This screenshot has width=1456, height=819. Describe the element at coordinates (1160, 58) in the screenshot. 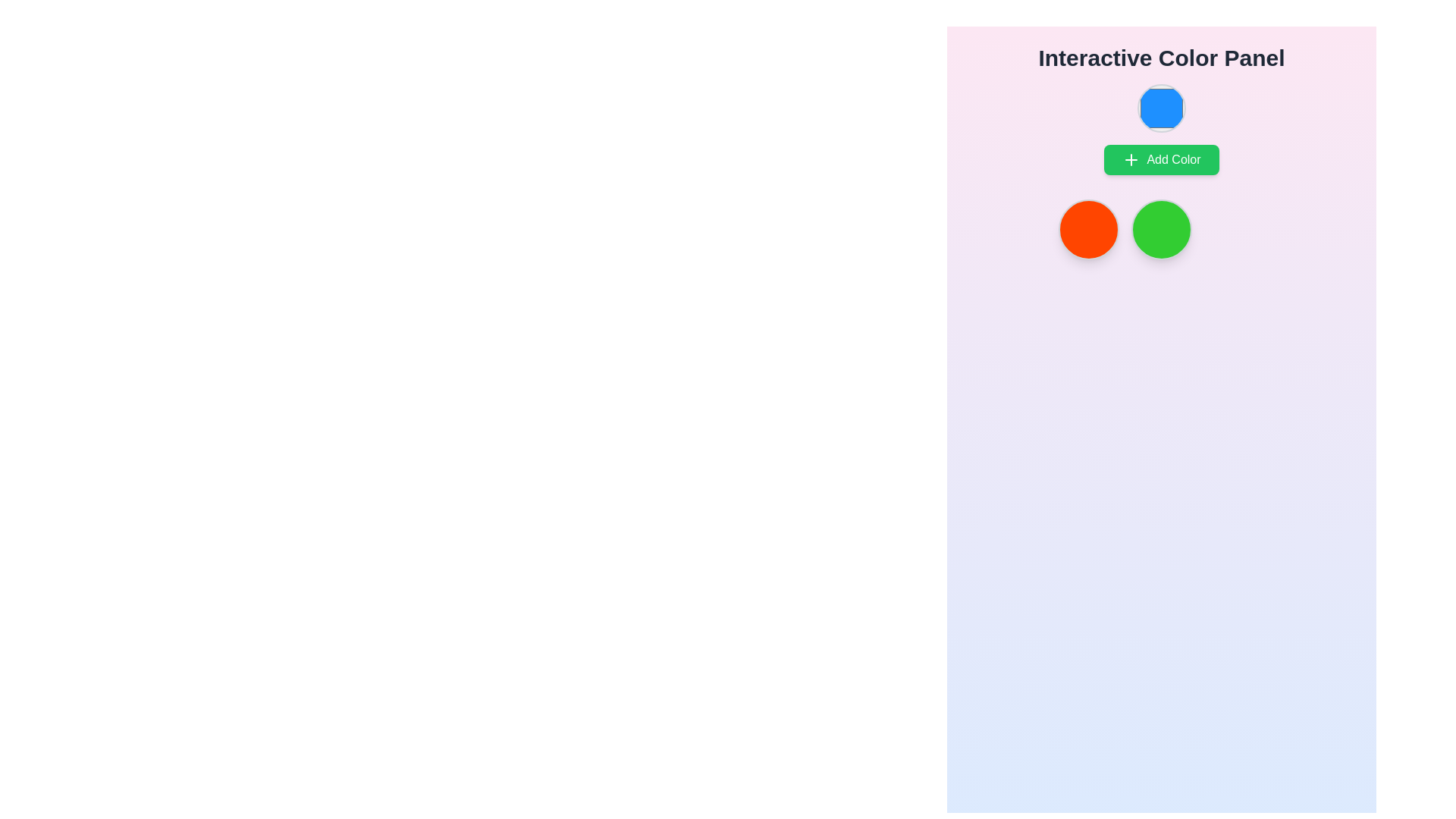

I see `the 'Interactive Color Panel' text label, which is displayed in bold and large font at the top of the gradient background interface` at that location.